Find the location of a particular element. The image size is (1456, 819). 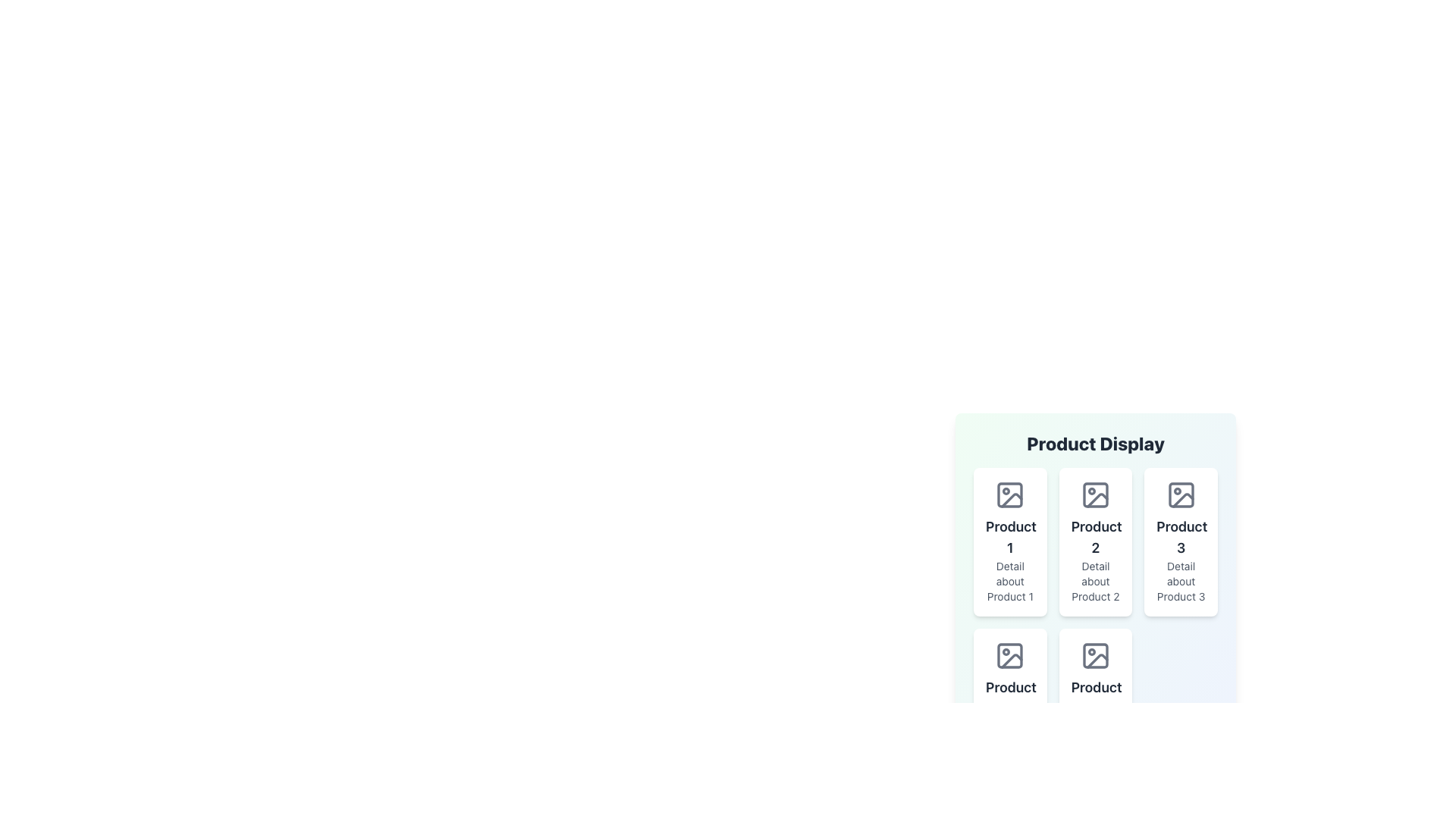

text label serving as the title for 'Product 1' details, which is the second item in the upper left card of a grid display is located at coordinates (1010, 537).